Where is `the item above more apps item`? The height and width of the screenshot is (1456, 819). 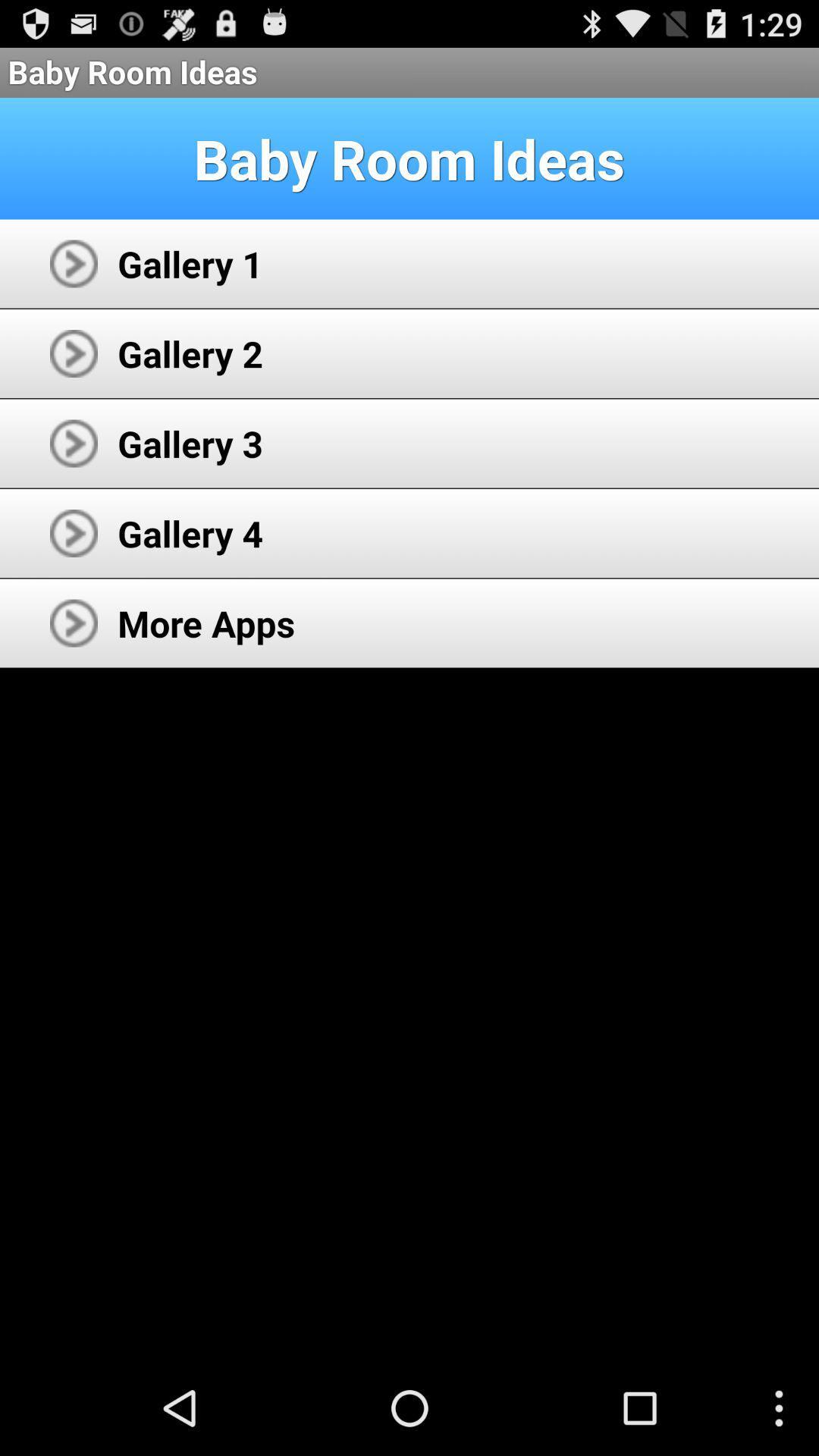
the item above more apps item is located at coordinates (190, 533).